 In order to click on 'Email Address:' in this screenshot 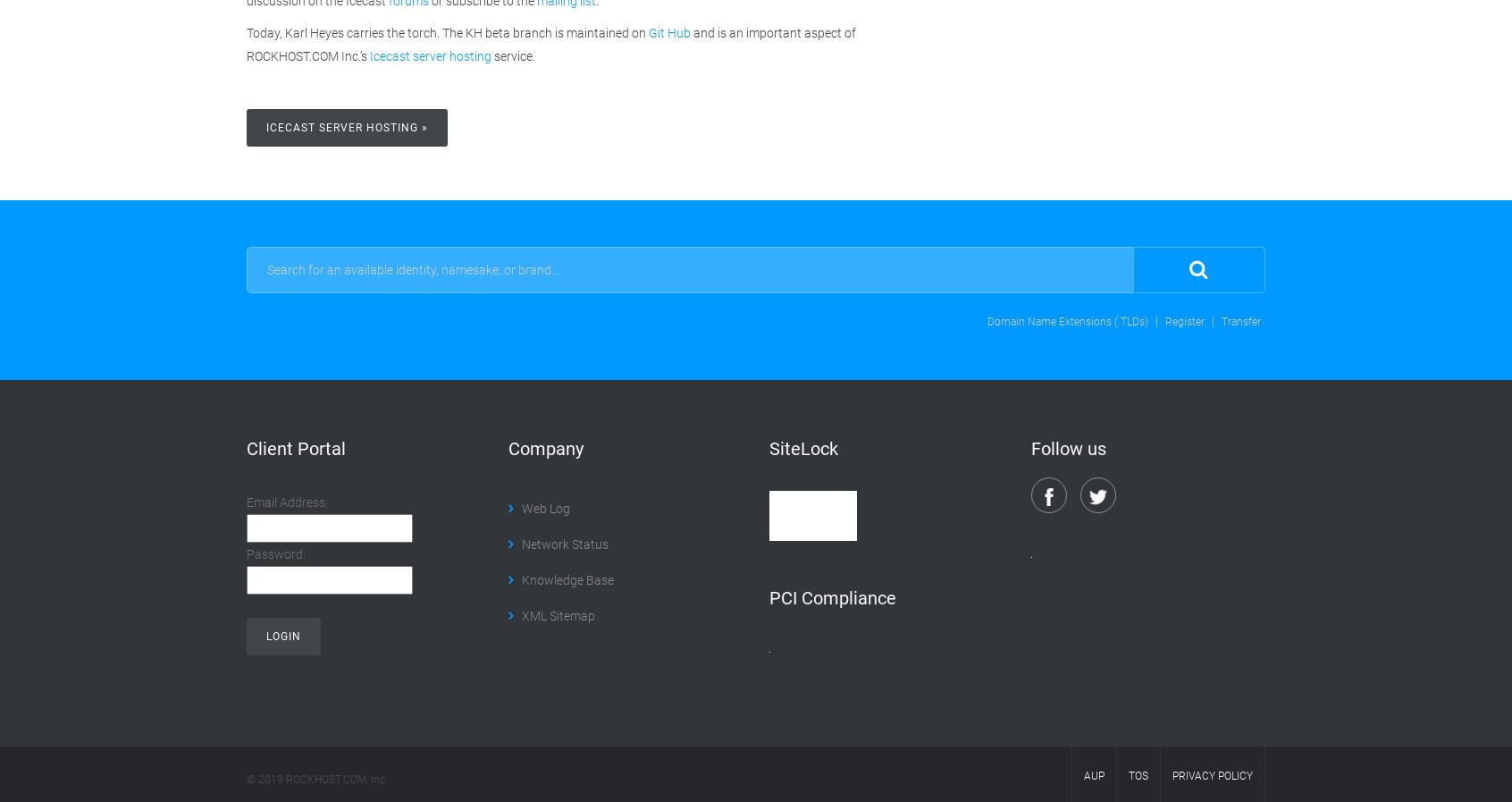, I will do `click(246, 501)`.